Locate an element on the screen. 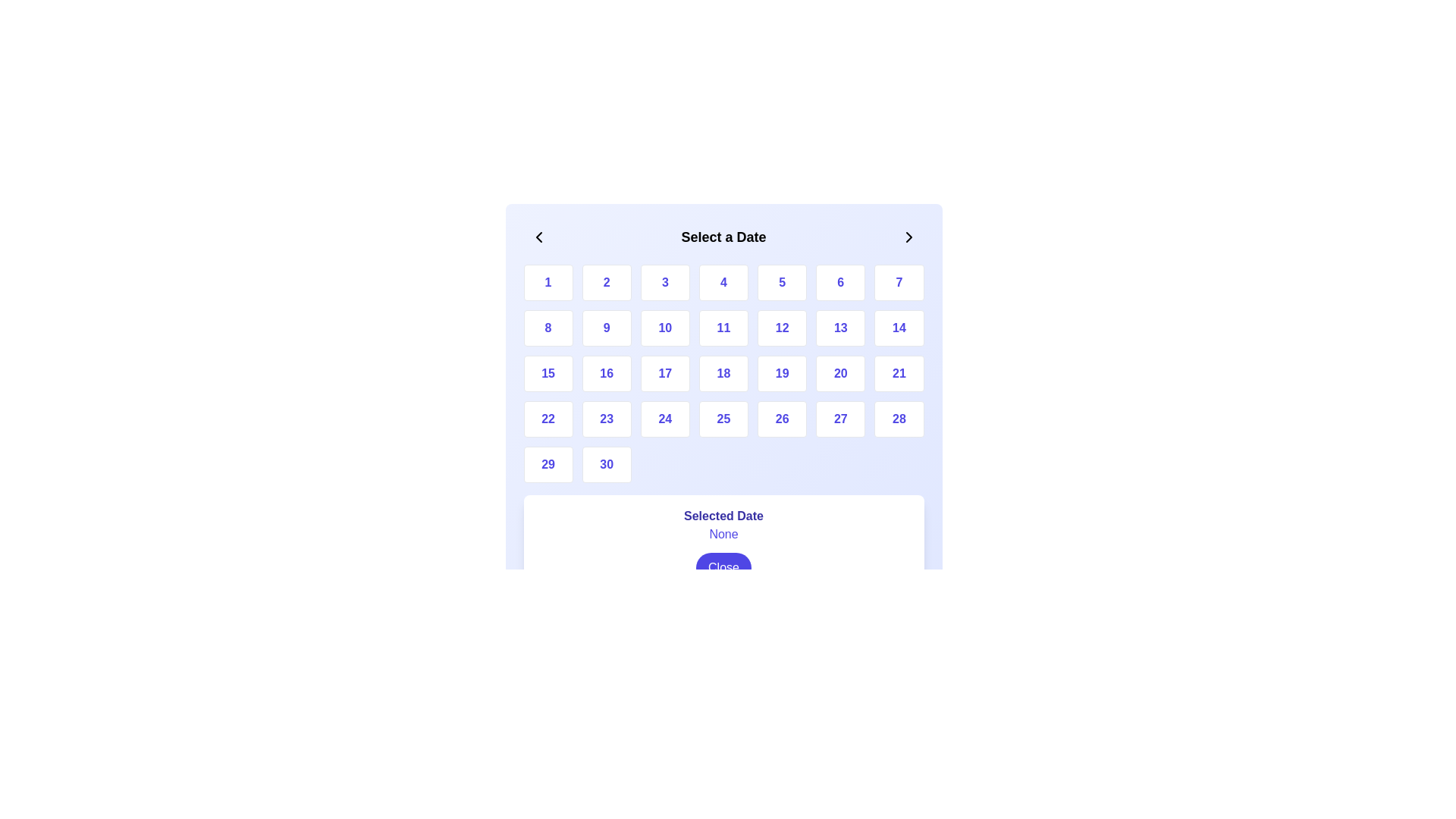 This screenshot has height=819, width=1456. the right-pointing chevron icon located at the top-right corner of the interface, adjacent to the 'Select a Date' header in the date selection panel is located at coordinates (908, 237).